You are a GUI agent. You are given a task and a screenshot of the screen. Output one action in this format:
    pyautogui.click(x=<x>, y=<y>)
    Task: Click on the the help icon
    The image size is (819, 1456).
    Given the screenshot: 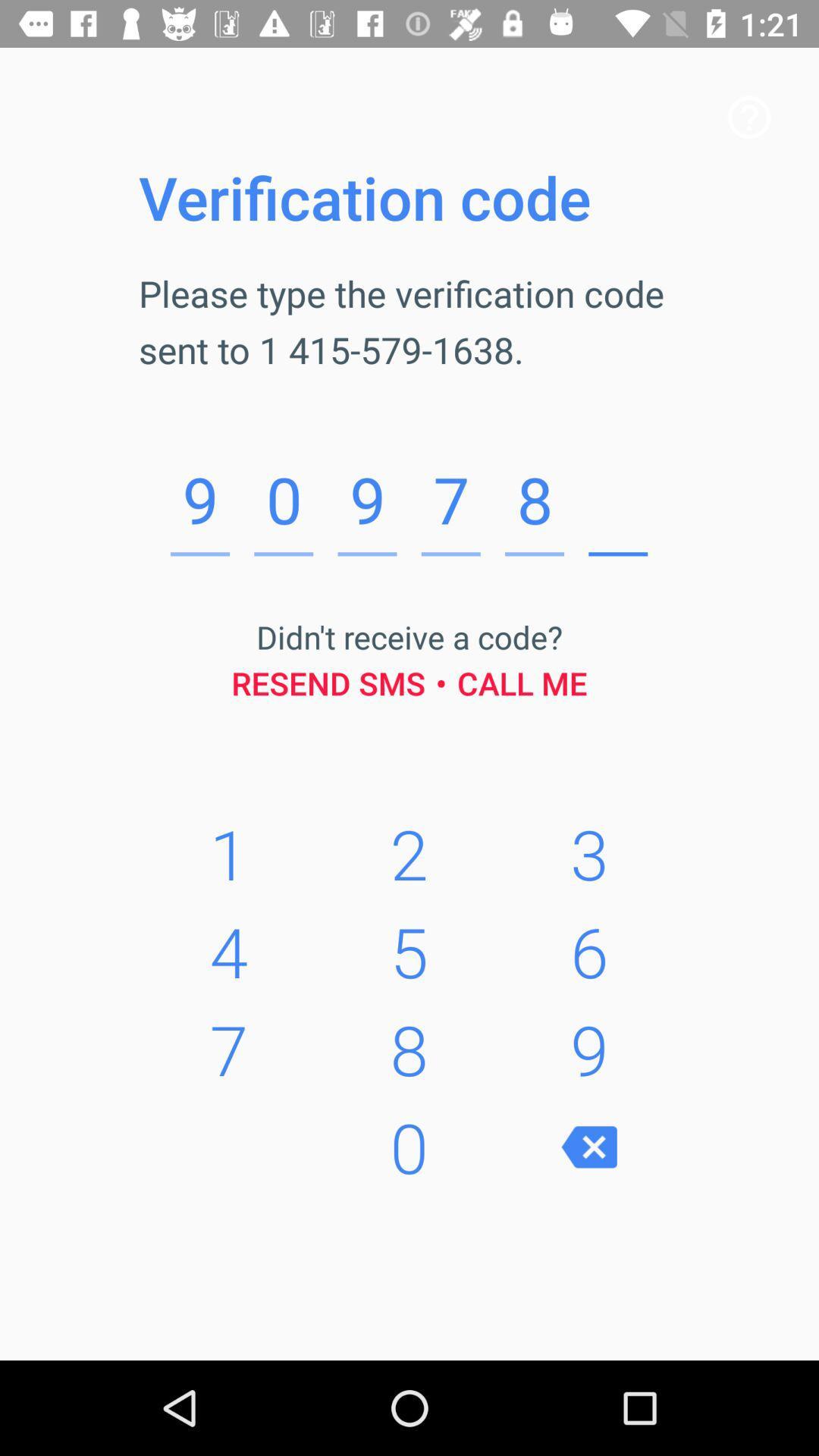 What is the action you would take?
    pyautogui.click(x=748, y=116)
    